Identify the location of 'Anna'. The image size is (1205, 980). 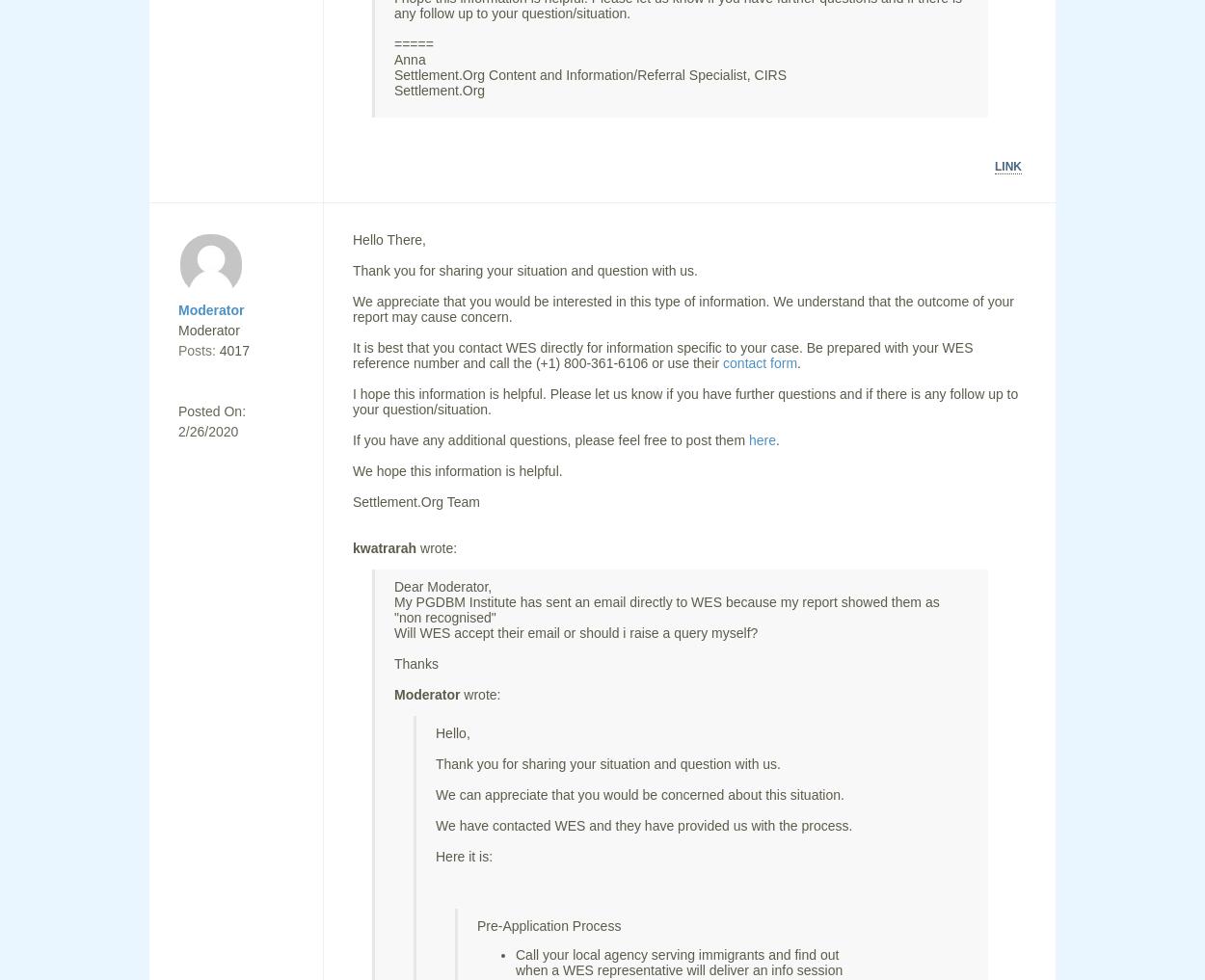
(410, 60).